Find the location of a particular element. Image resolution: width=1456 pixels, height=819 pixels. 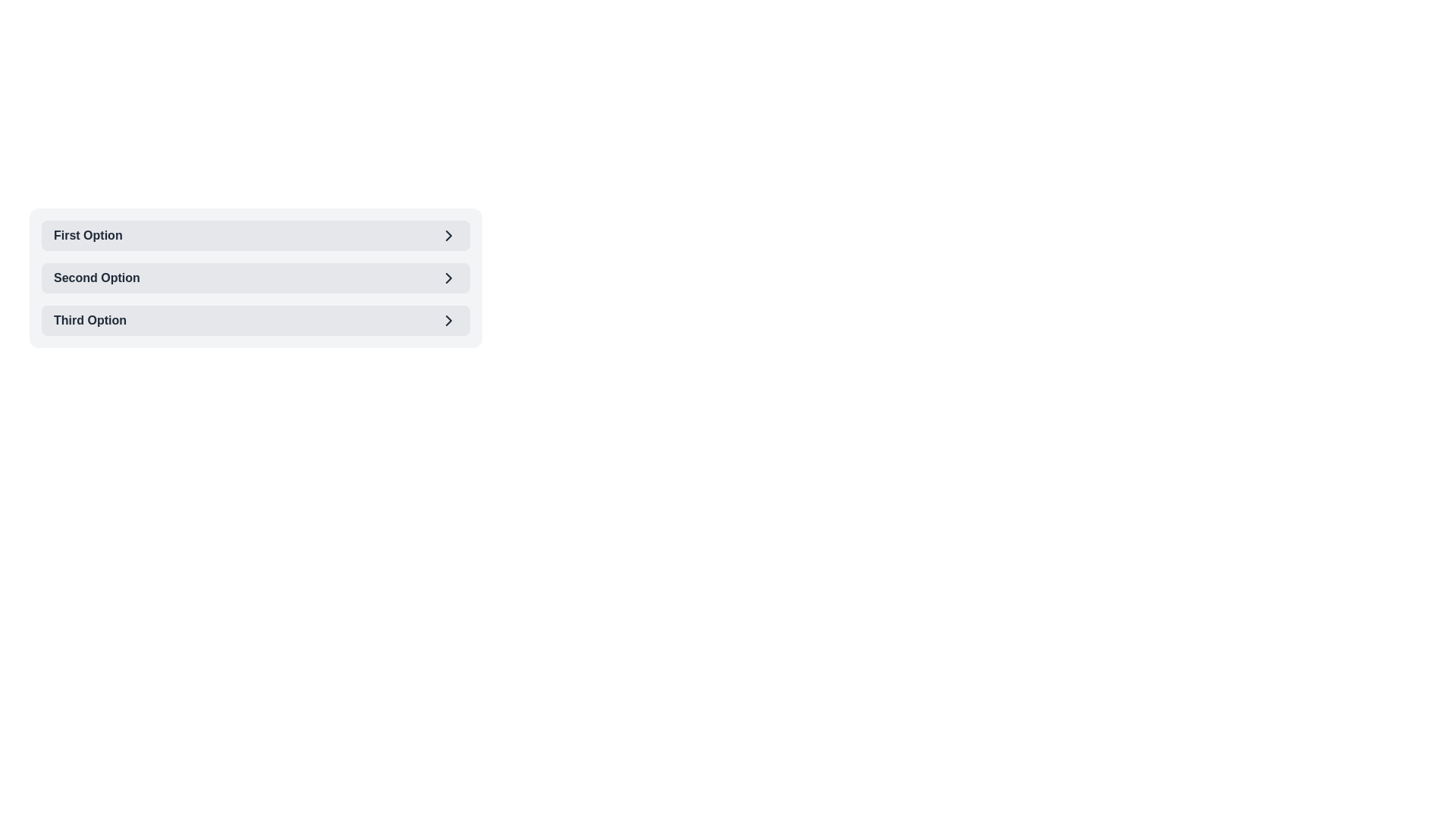

the informational panel located directly below the 'Third Option' section to trigger tooltip or focus-related behaviors is located at coordinates (256, 369).